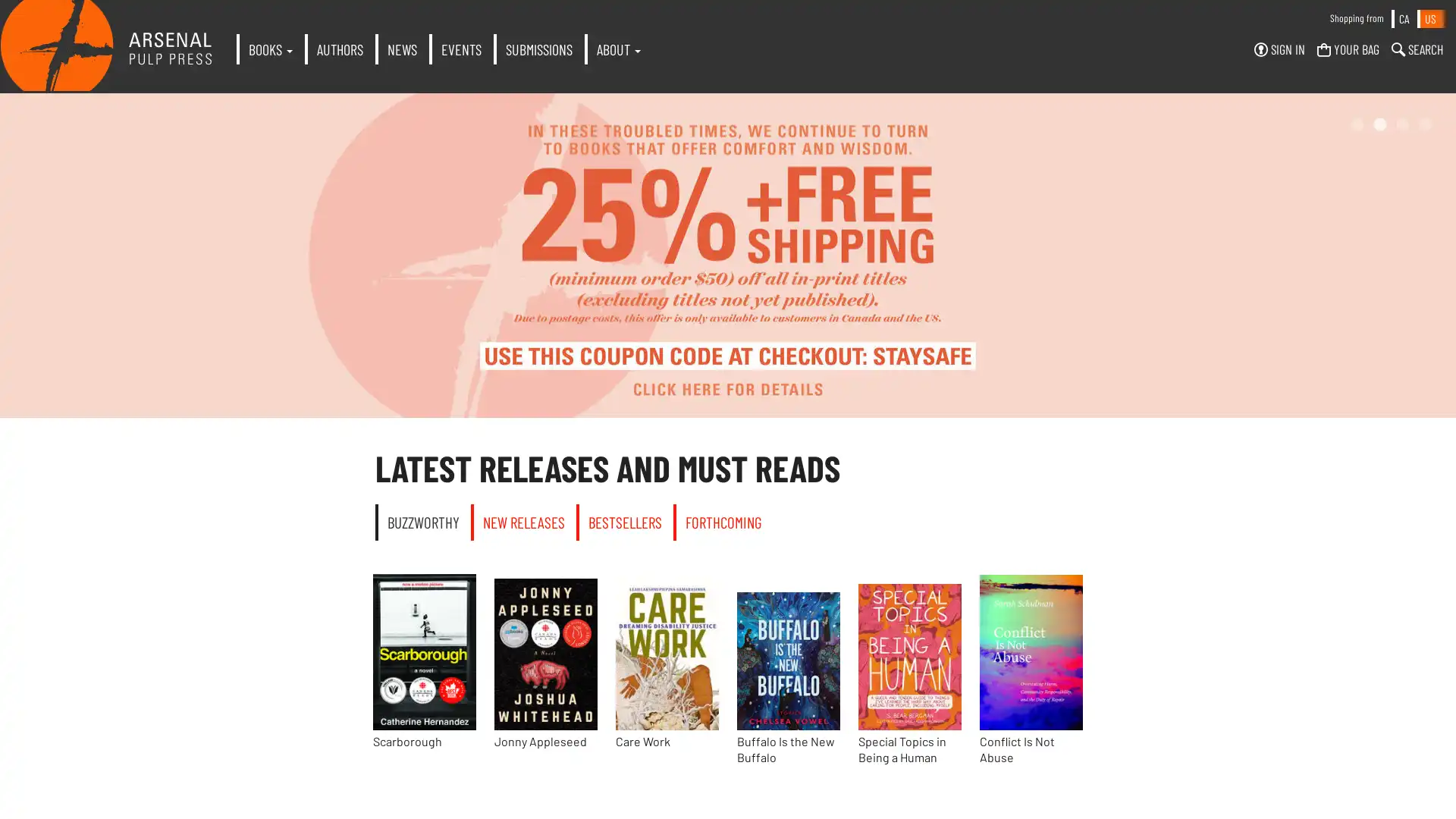 The image size is (1456, 819). I want to click on 2, so click(1379, 124).